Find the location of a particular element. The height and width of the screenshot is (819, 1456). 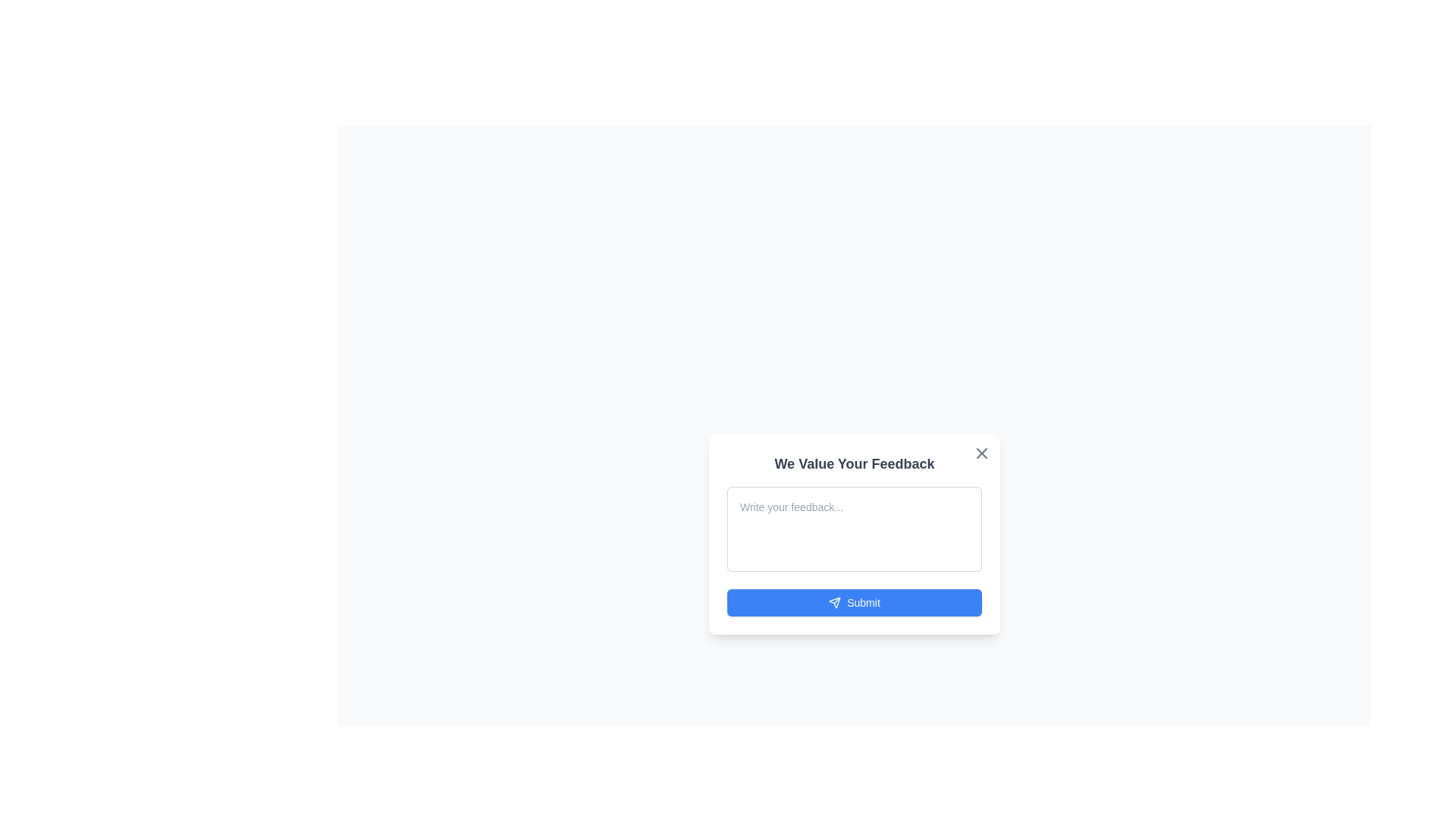

the Close Icon located in the top-right corner of the 'We Value Your Feedback' dialog box is located at coordinates (982, 452).